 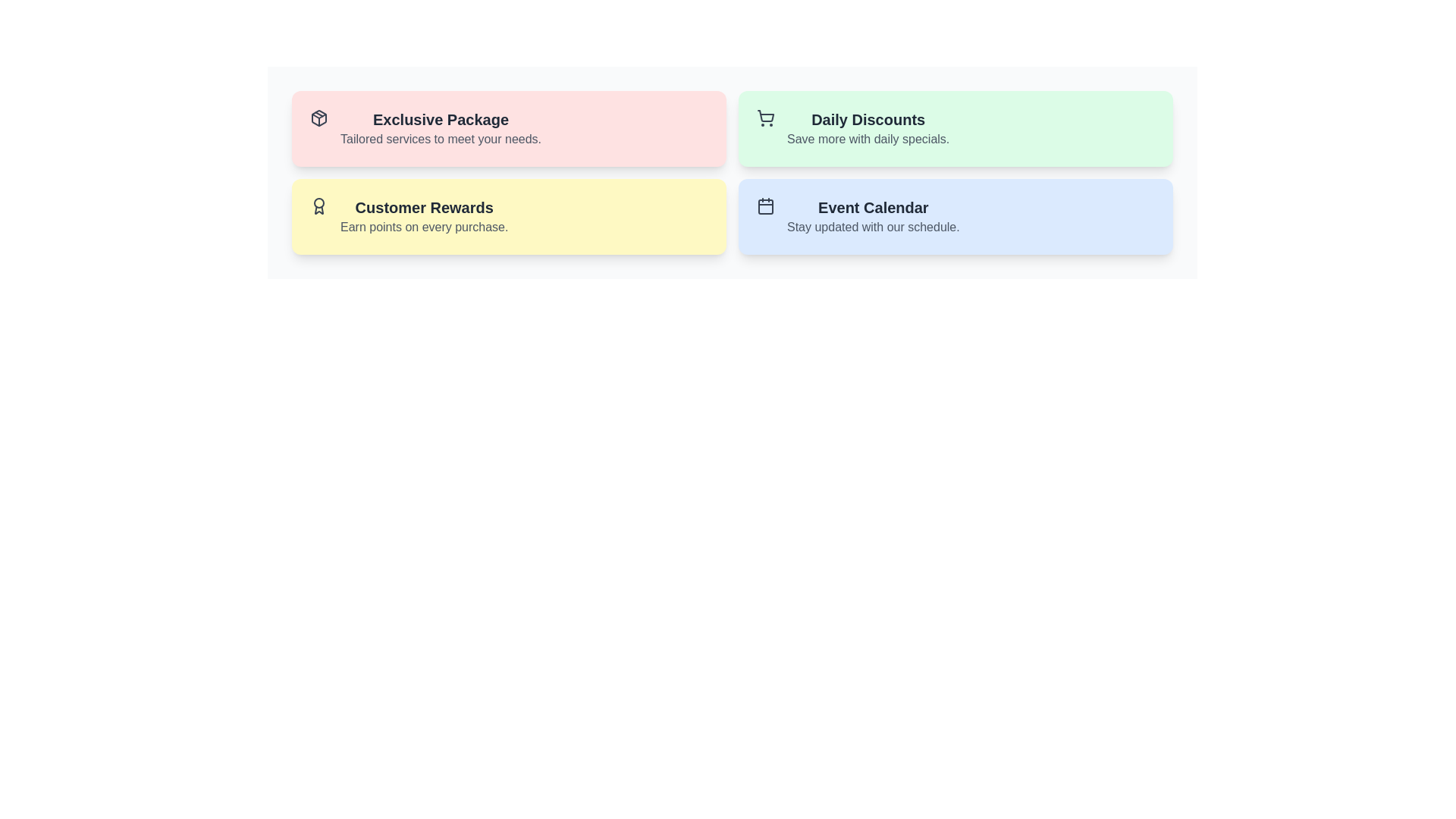 I want to click on the textual heading 'Daily Discounts', which is styled with a bold, large font size and dark gray color, located in the upper right section of the interface above the text 'Save more with daily specials', so click(x=868, y=119).